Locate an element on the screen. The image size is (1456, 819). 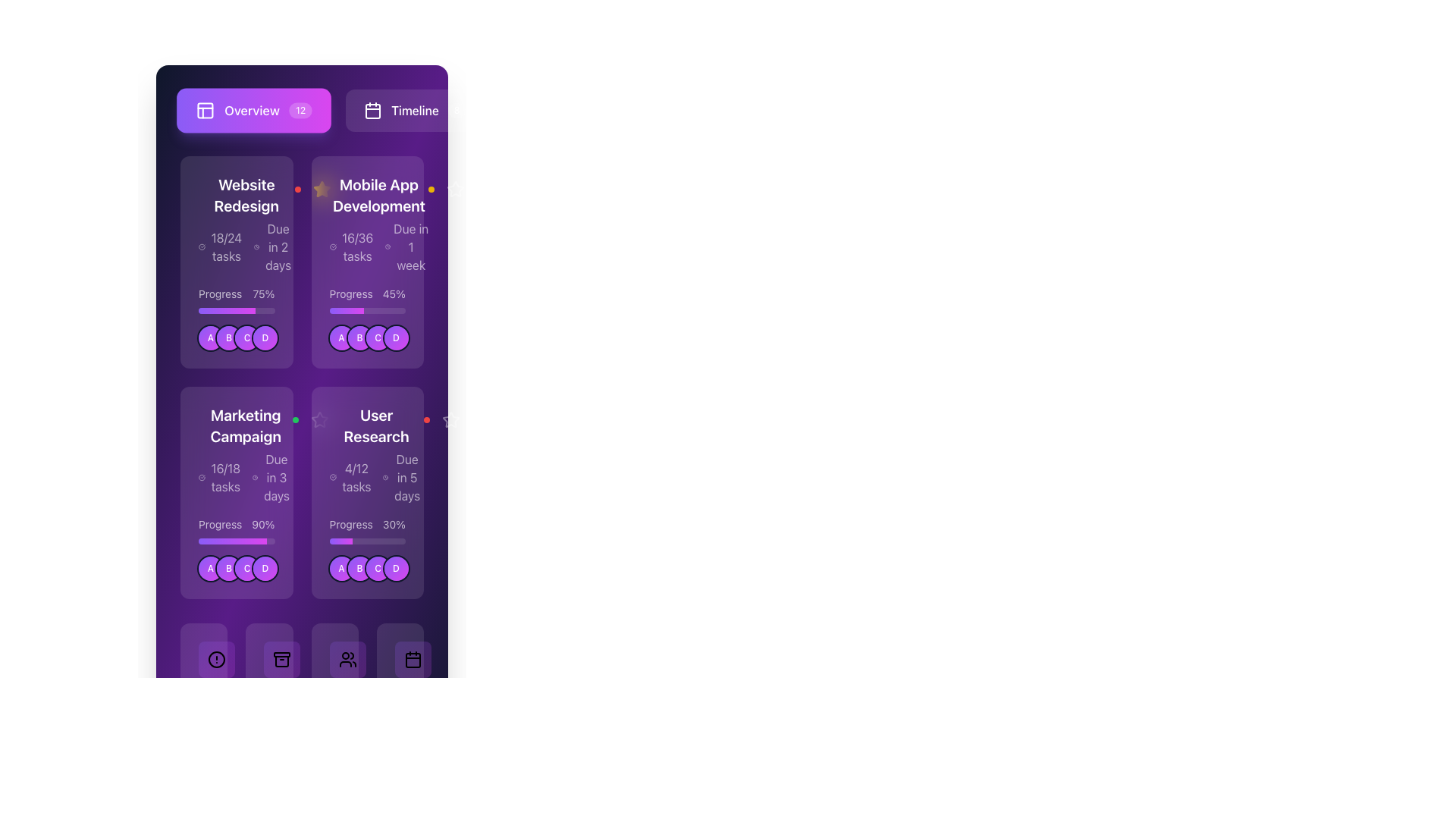
the Text label that shows the task completion status of 4 out of 12 tasks, located in the 'User Research' block in the second row and second column, above the progress bar and below the main title is located at coordinates (350, 476).